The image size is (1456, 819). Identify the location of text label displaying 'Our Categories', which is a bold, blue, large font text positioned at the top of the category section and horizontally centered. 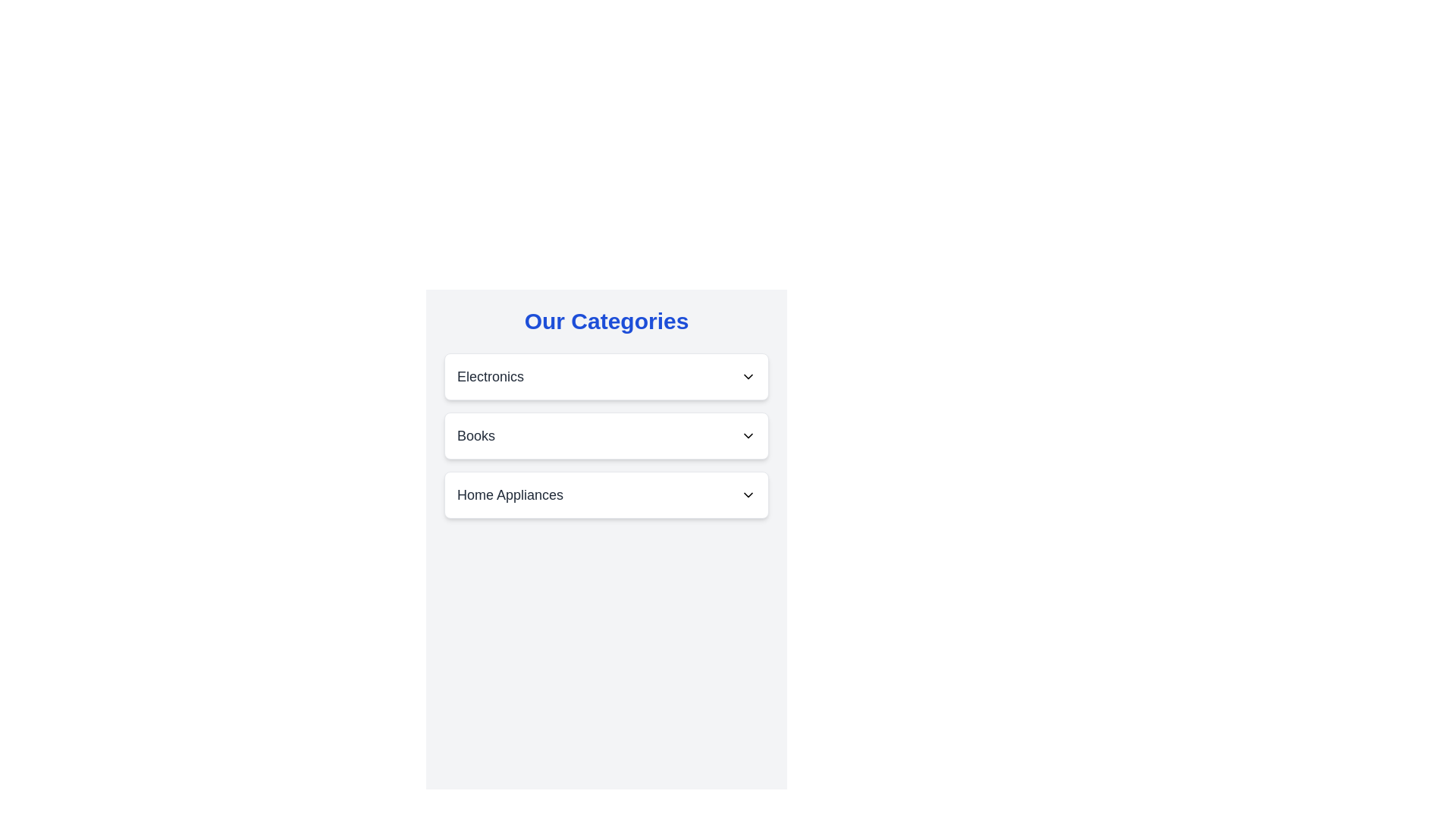
(607, 321).